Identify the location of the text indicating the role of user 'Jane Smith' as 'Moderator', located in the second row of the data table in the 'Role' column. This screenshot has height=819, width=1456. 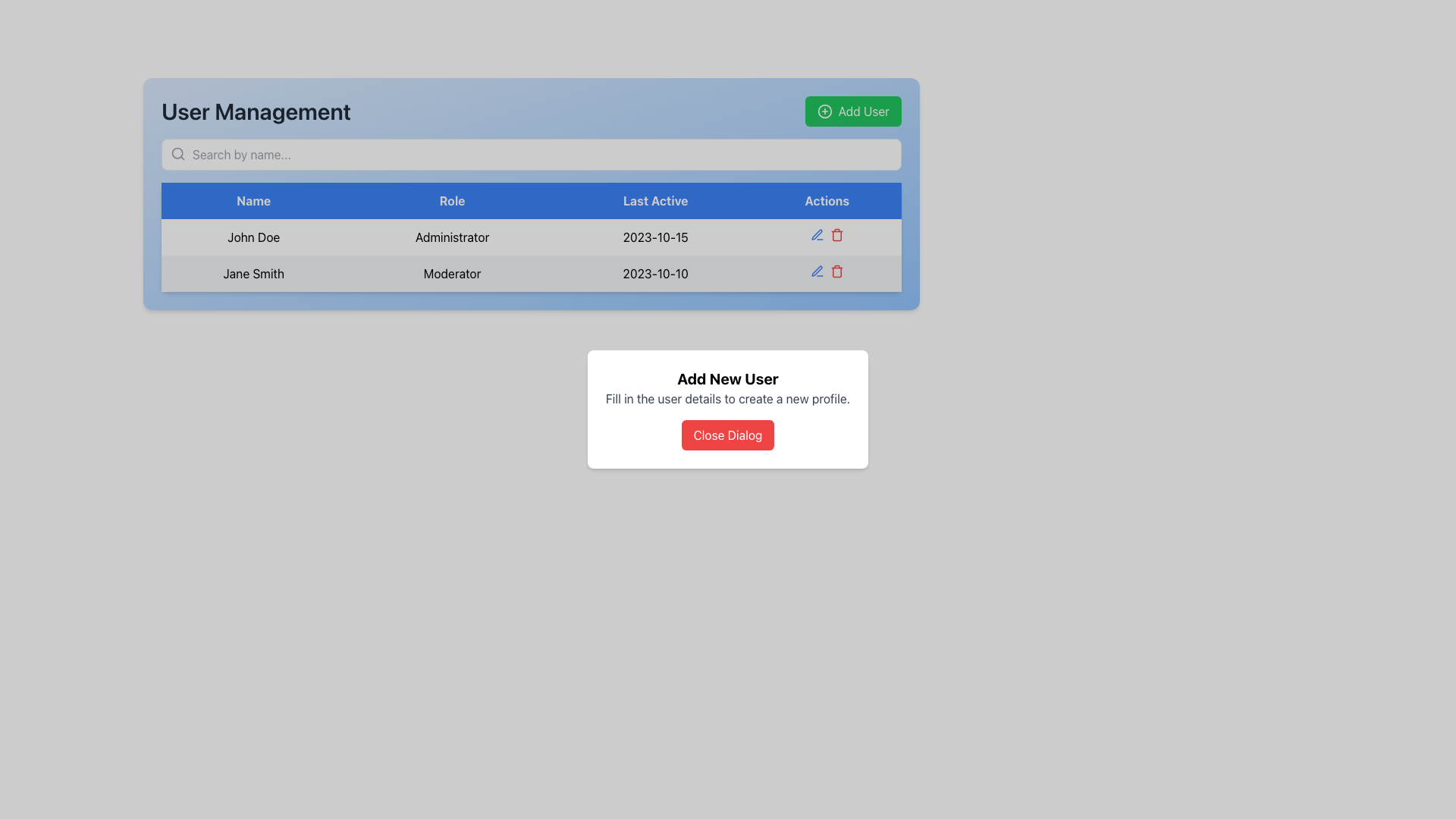
(451, 274).